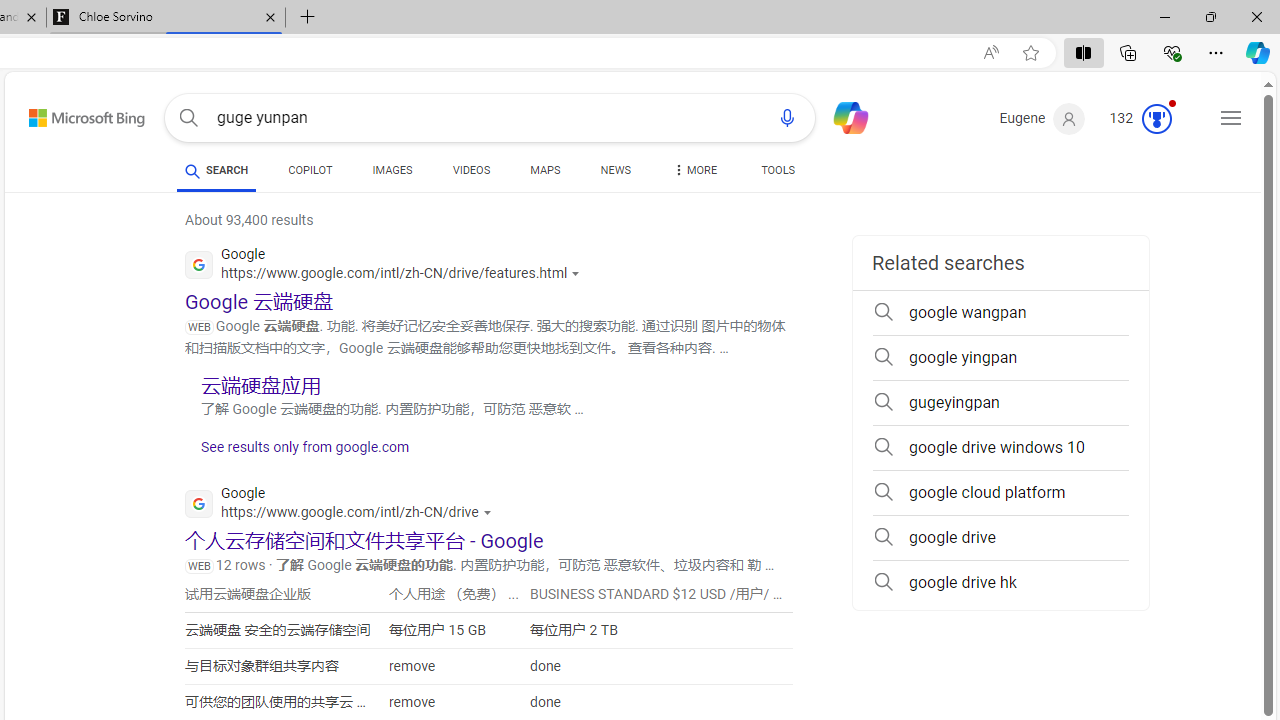 The height and width of the screenshot is (720, 1280). What do you see at coordinates (1000, 582) in the screenshot?
I see `'google drive hk'` at bounding box center [1000, 582].